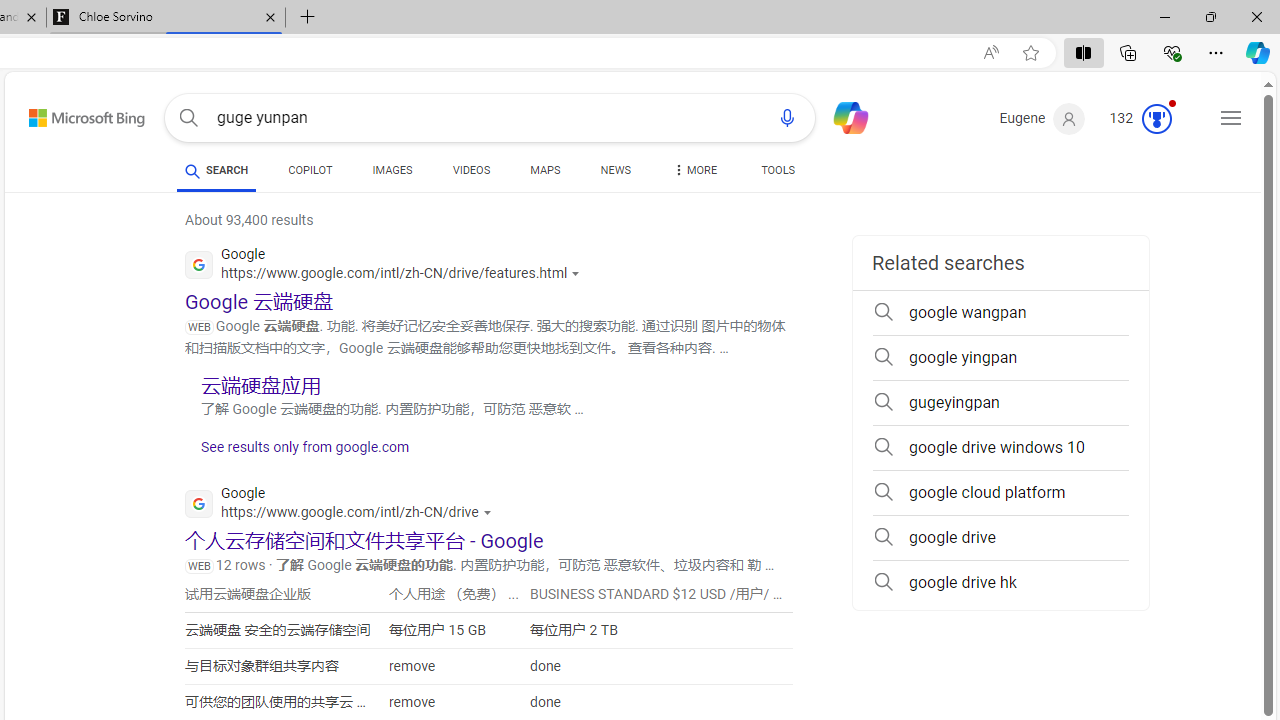 The height and width of the screenshot is (720, 1280). What do you see at coordinates (1000, 582) in the screenshot?
I see `'google drive hk'` at bounding box center [1000, 582].